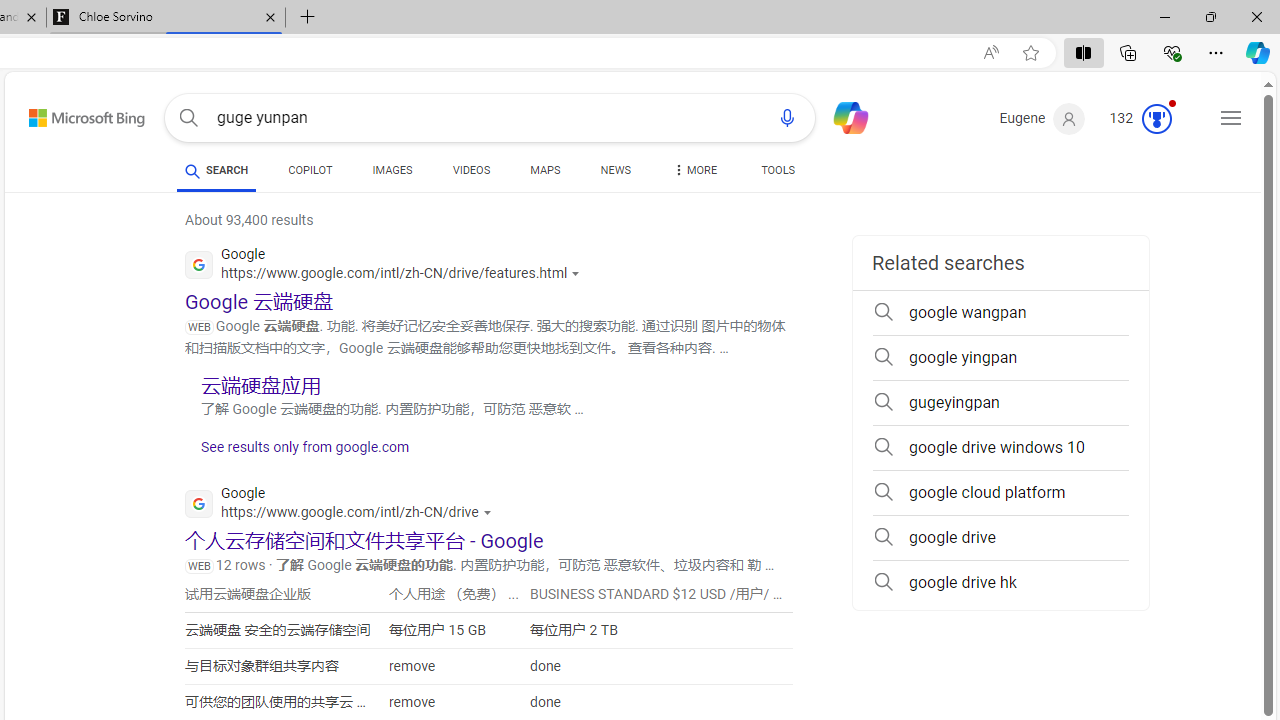 The height and width of the screenshot is (720, 1280). What do you see at coordinates (1000, 582) in the screenshot?
I see `'google drive hk'` at bounding box center [1000, 582].